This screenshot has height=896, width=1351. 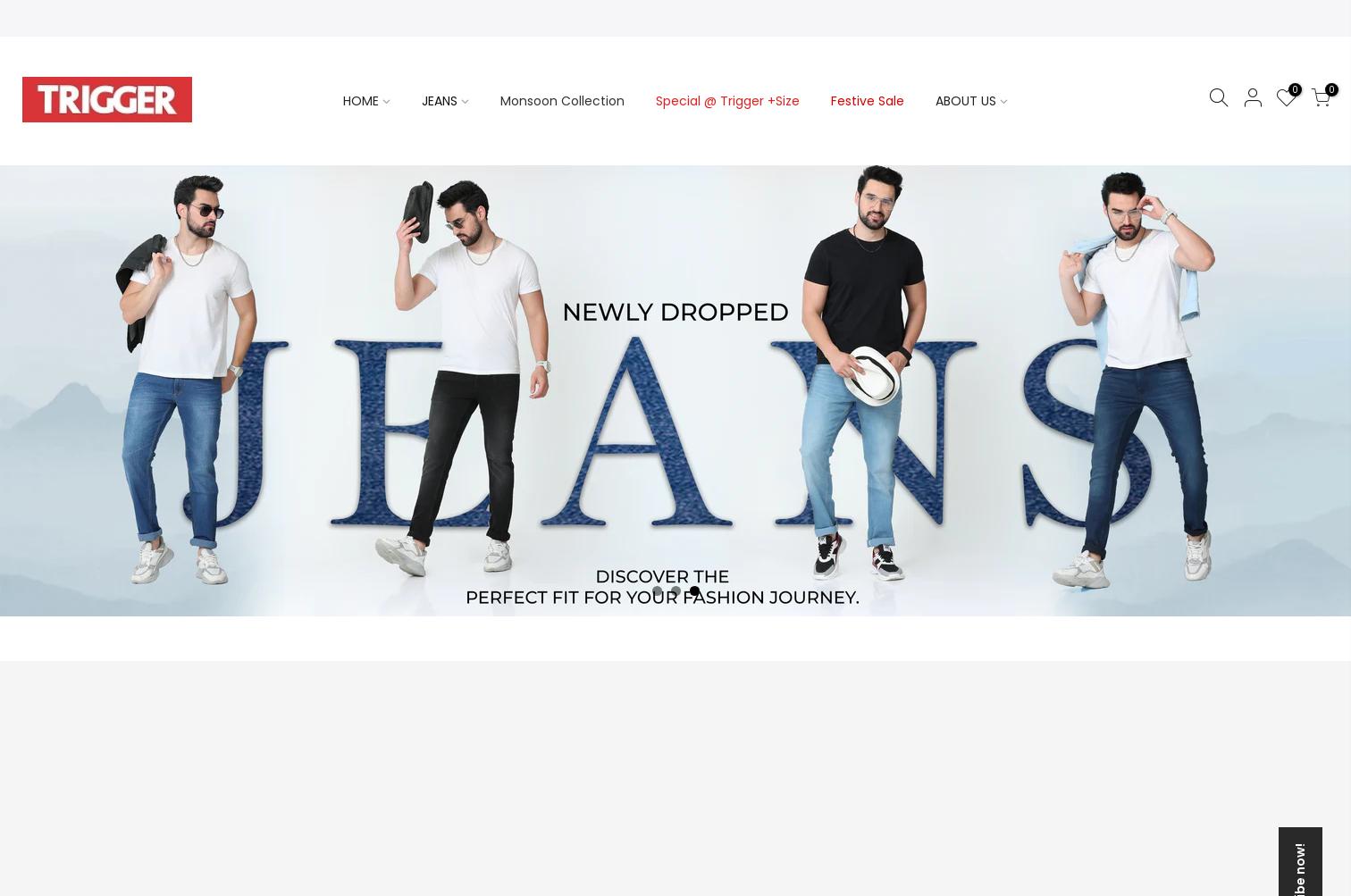 I want to click on 'Trousers', so click(x=223, y=299).